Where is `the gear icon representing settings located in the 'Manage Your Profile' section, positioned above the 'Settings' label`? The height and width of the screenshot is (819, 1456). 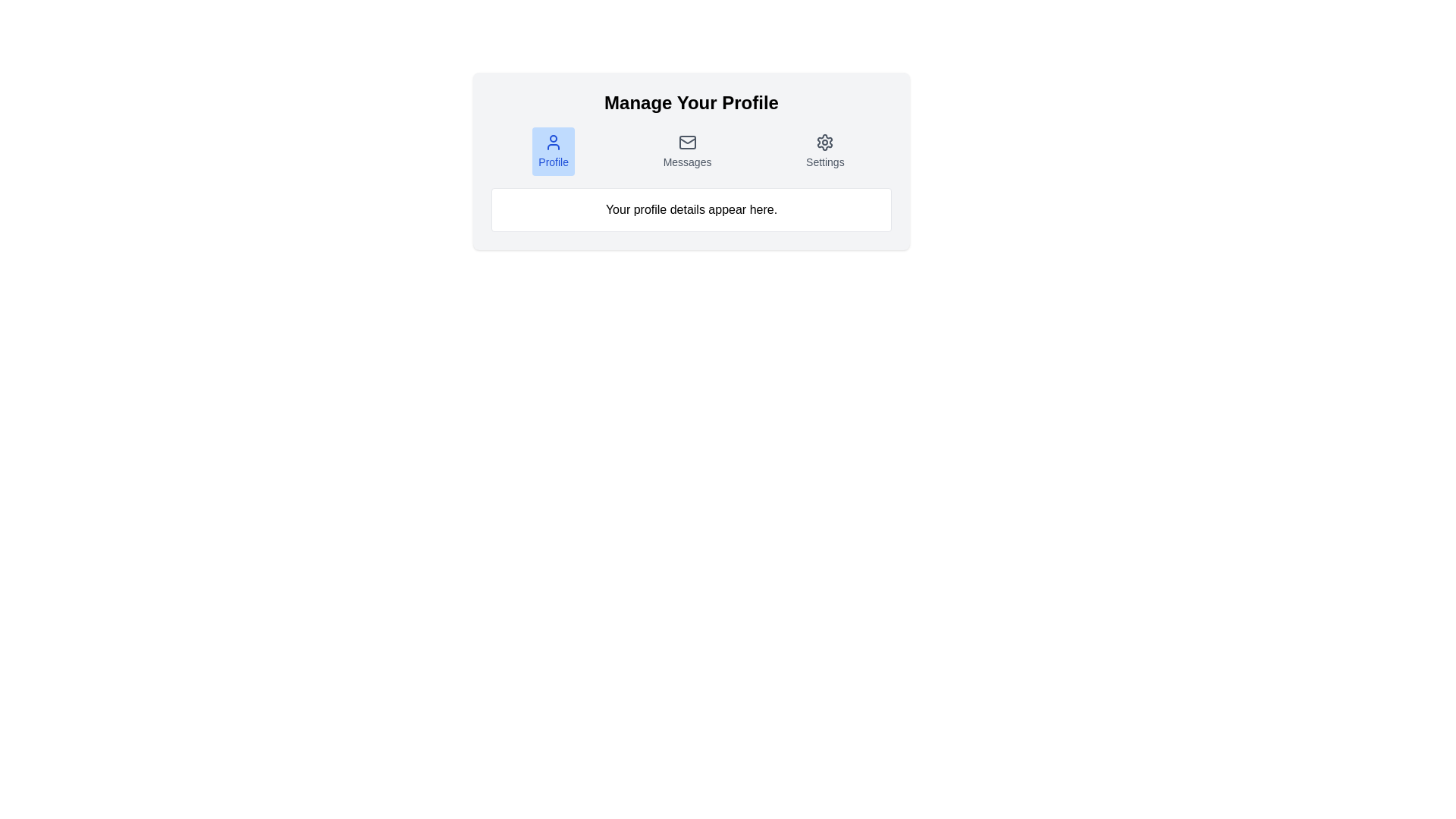 the gear icon representing settings located in the 'Manage Your Profile' section, positioned above the 'Settings' label is located at coordinates (824, 143).